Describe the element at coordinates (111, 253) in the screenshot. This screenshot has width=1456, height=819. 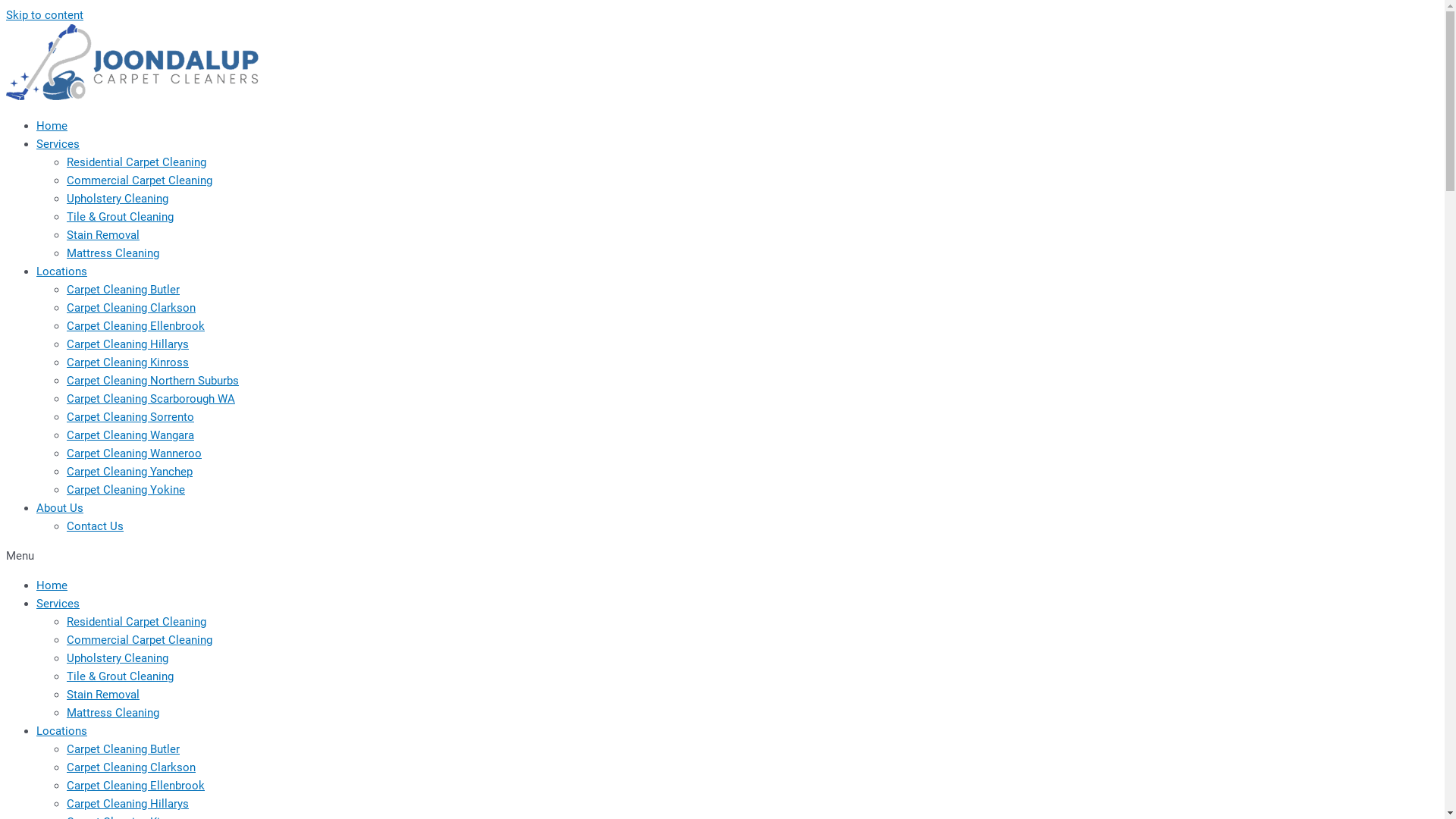
I see `'Mattress Cleaning'` at that location.